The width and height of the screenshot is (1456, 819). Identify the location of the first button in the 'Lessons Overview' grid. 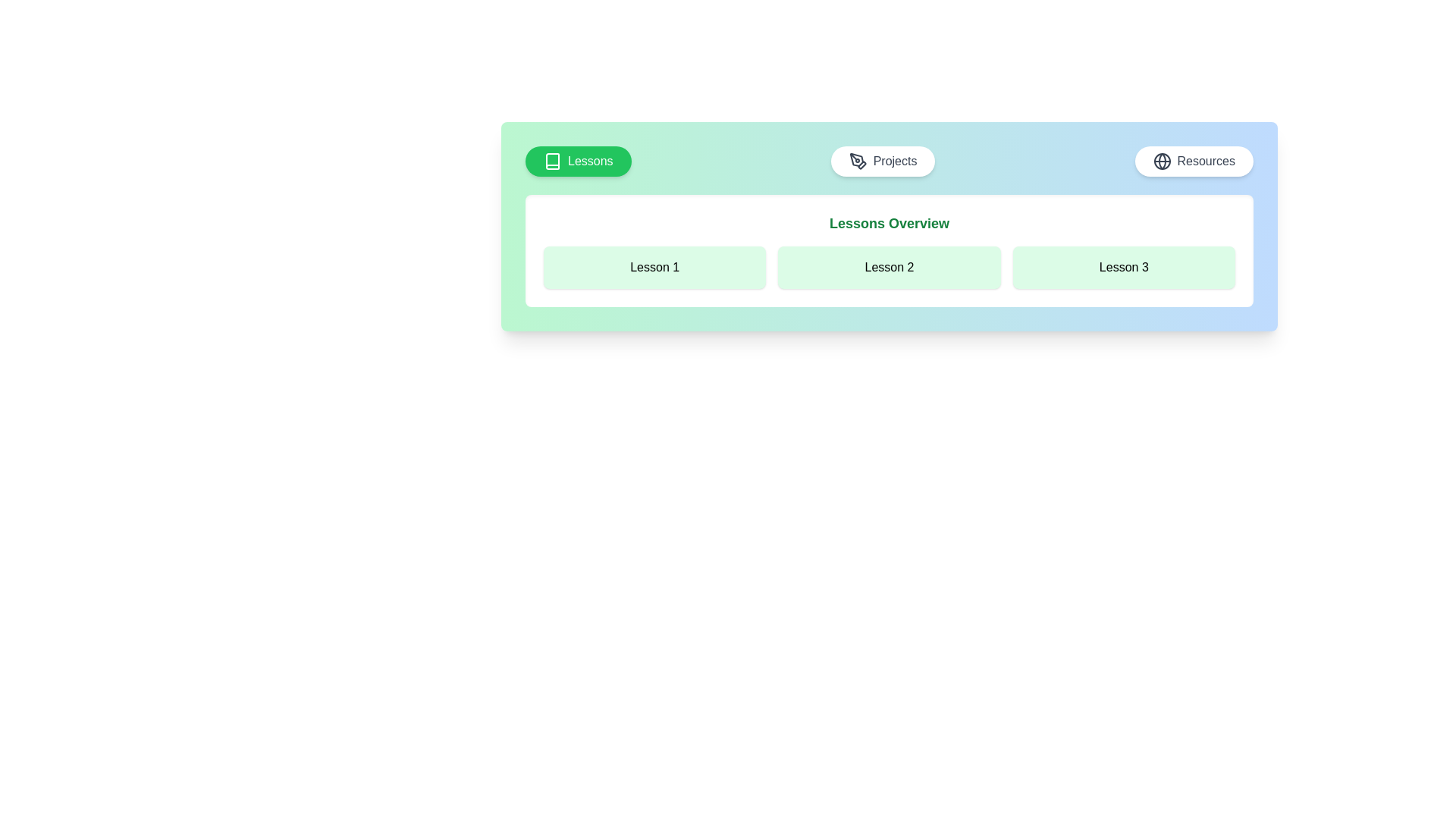
(654, 267).